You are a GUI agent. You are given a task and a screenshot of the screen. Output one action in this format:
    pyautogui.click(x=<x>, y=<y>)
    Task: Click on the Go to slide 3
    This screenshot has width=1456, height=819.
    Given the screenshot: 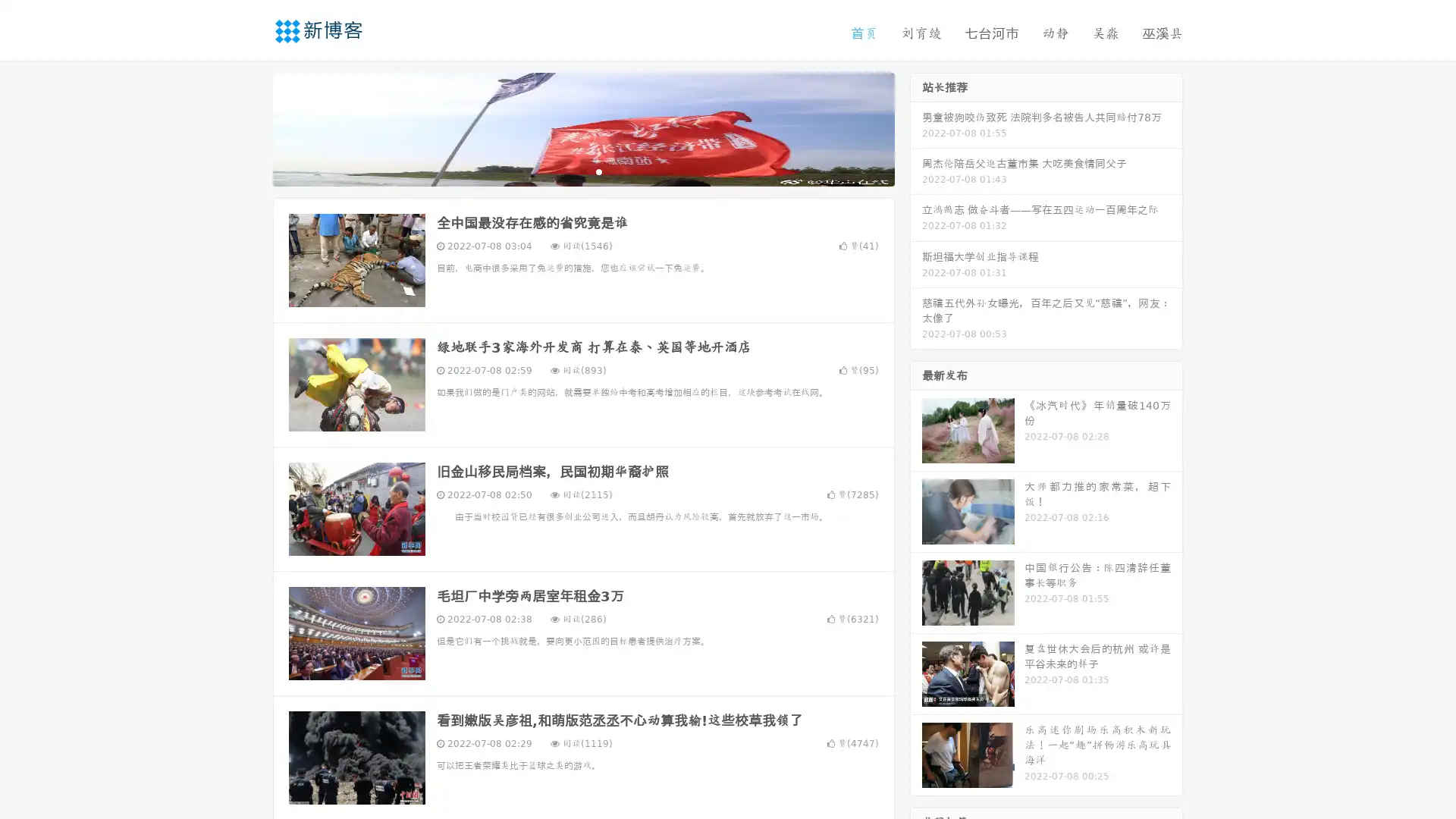 What is the action you would take?
    pyautogui.click(x=598, y=171)
    